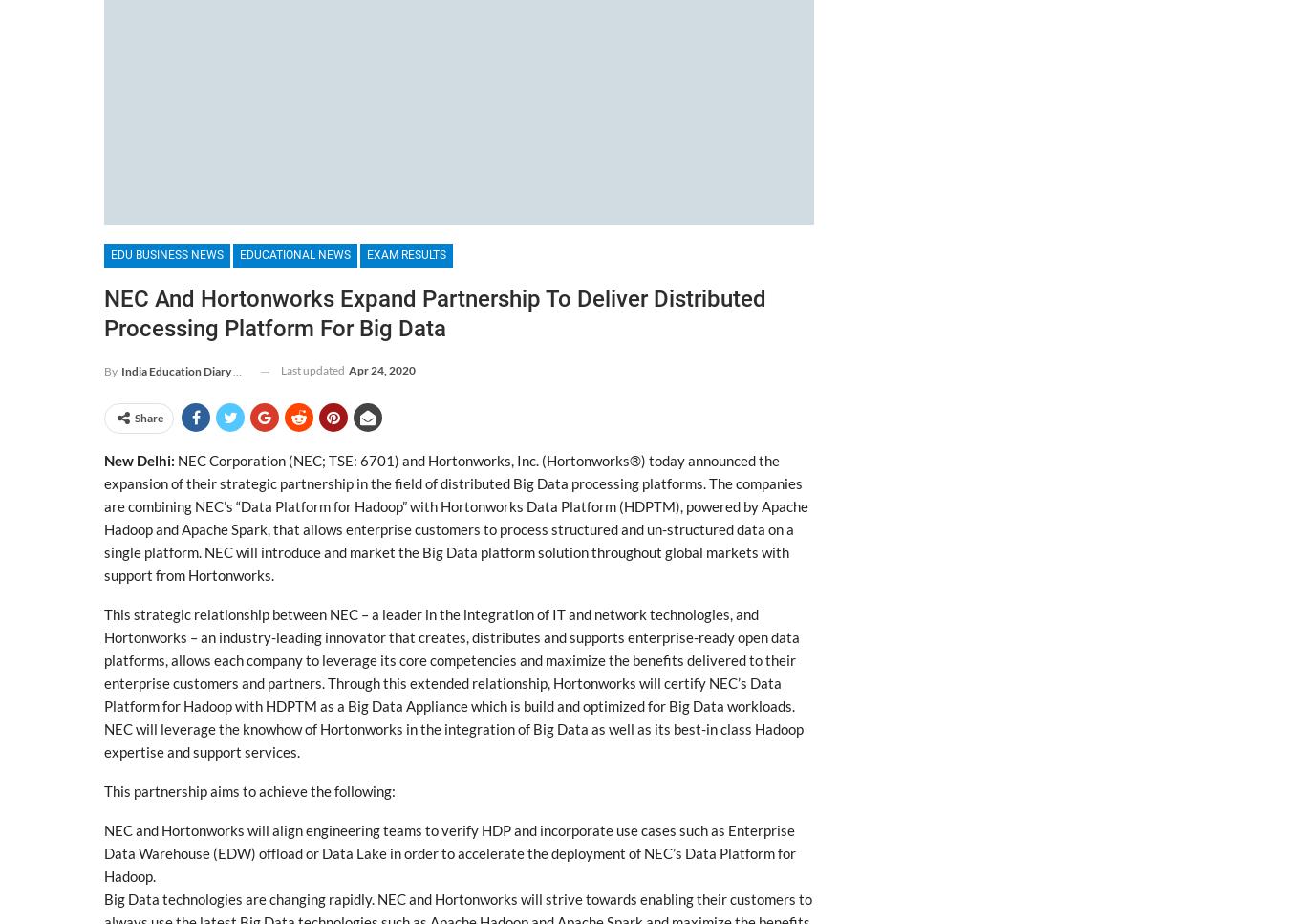 This screenshot has height=924, width=1290. I want to click on 'Exam Results', so click(406, 253).